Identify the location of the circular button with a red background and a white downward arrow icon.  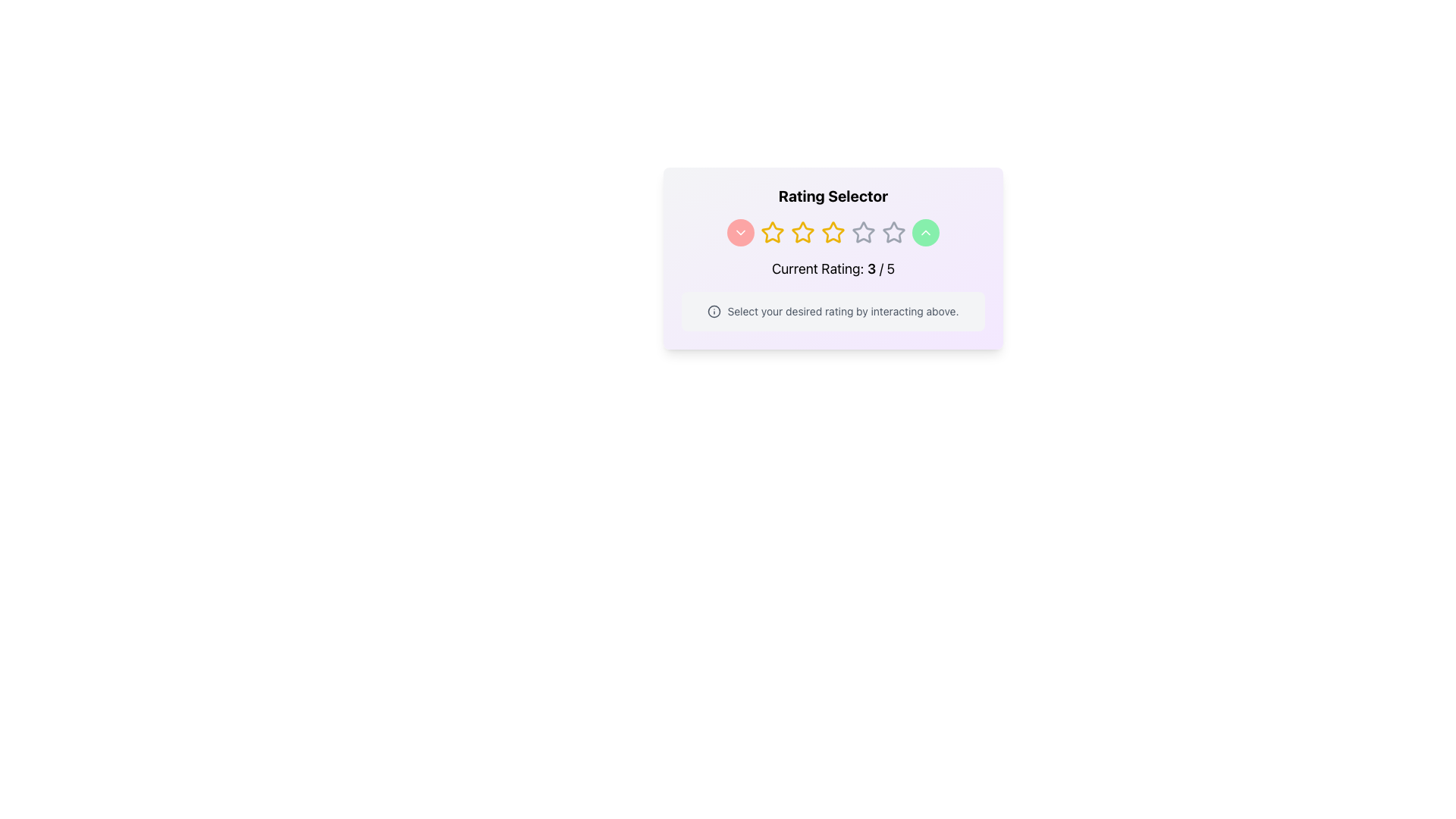
(741, 233).